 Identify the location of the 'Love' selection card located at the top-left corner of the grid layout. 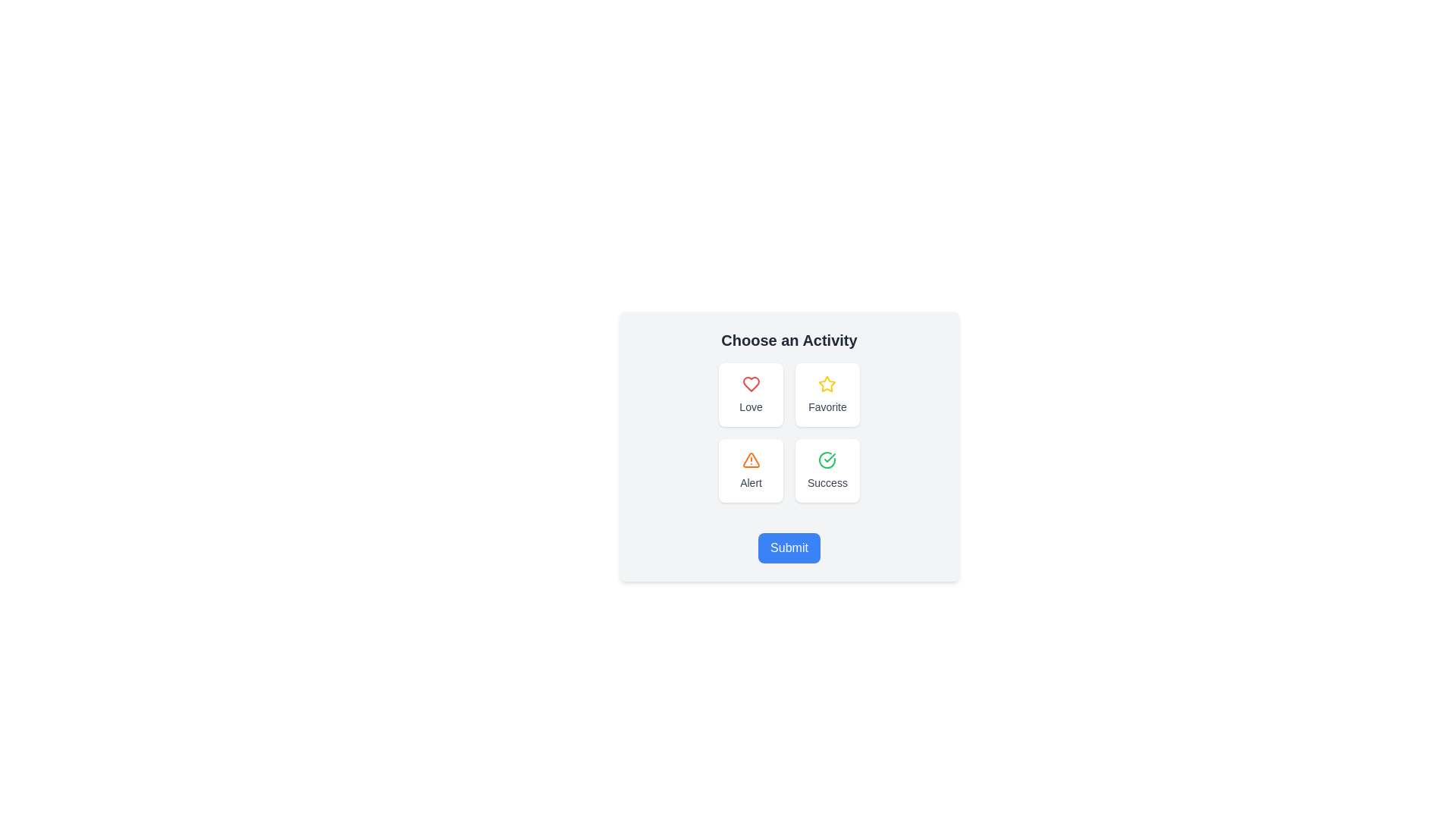
(751, 394).